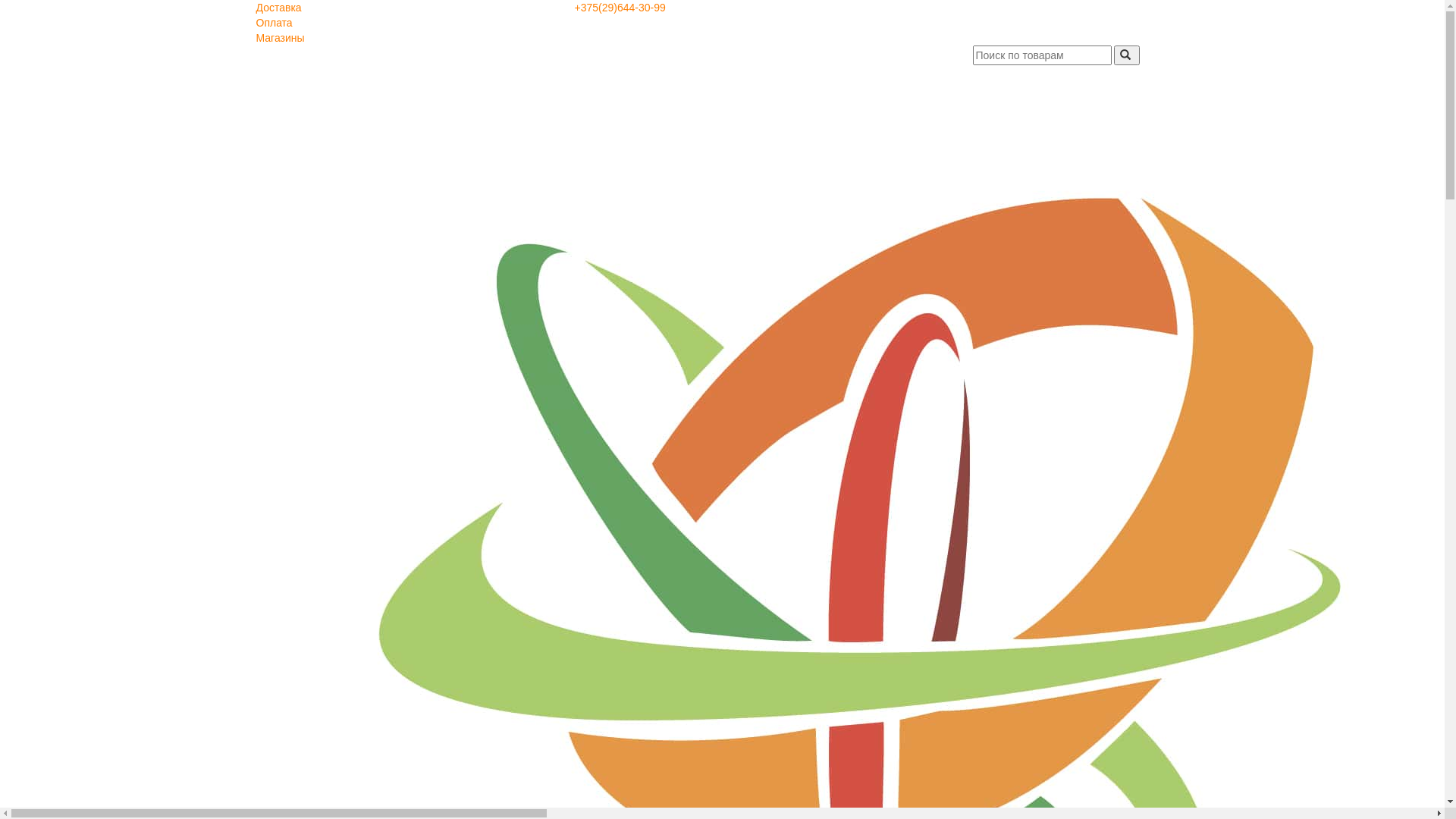 This screenshot has width=1456, height=819. Describe the element at coordinates (620, 8) in the screenshot. I see `'+375(29)644-30-99'` at that location.